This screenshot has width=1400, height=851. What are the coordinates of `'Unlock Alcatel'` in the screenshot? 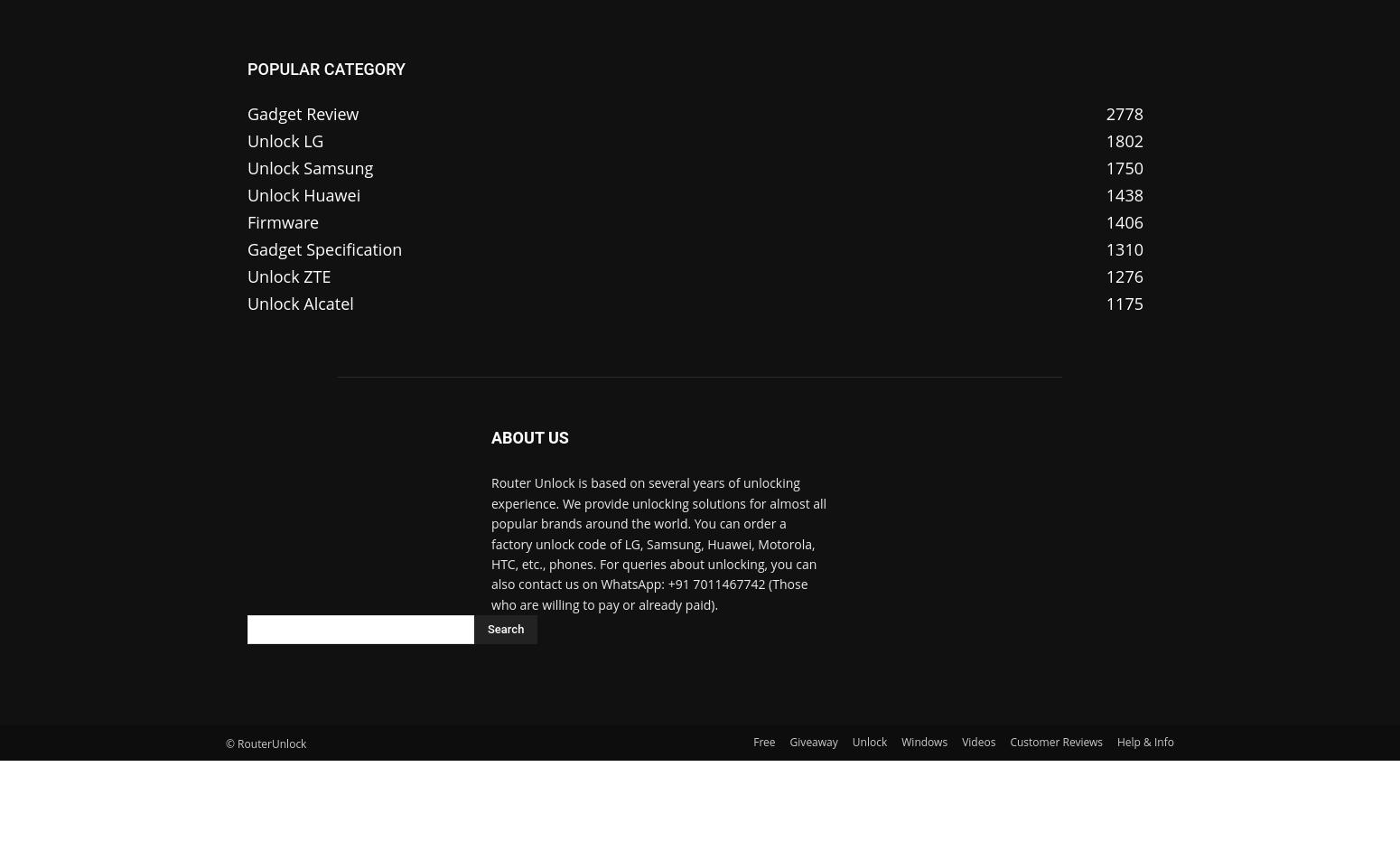 It's located at (299, 303).